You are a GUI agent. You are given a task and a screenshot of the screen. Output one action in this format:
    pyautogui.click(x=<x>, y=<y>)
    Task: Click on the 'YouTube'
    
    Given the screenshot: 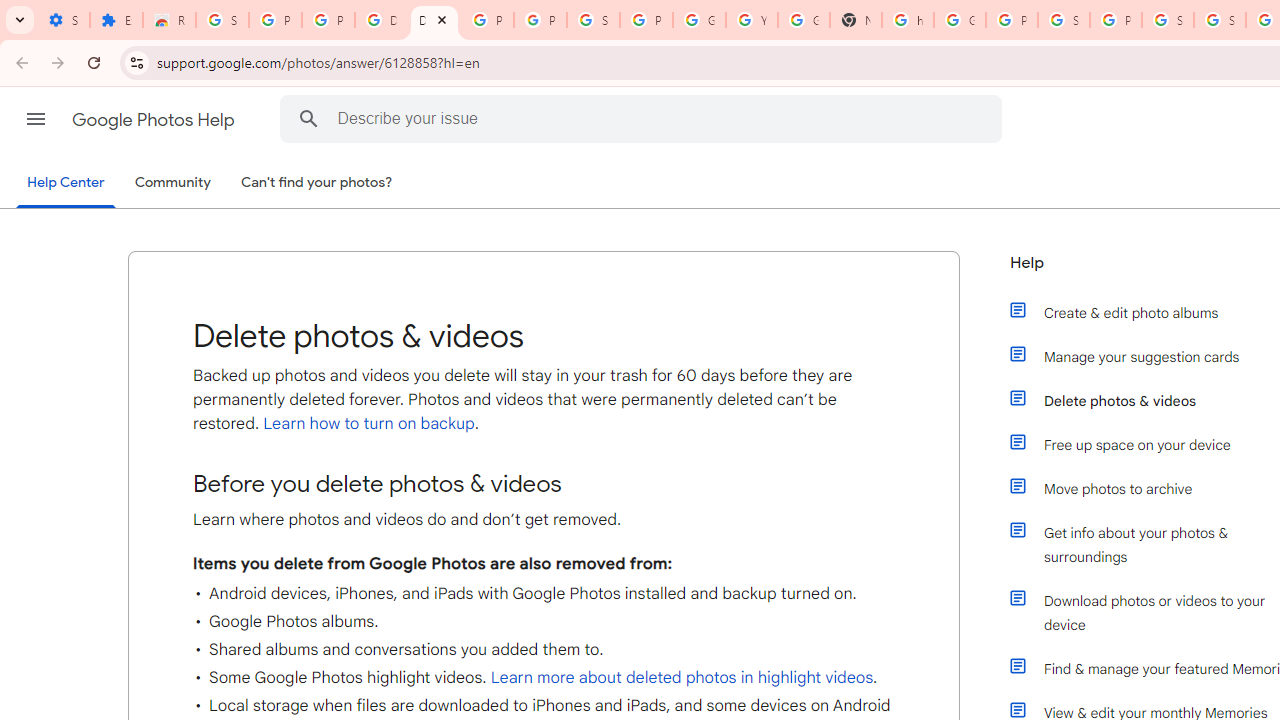 What is the action you would take?
    pyautogui.click(x=751, y=20)
    